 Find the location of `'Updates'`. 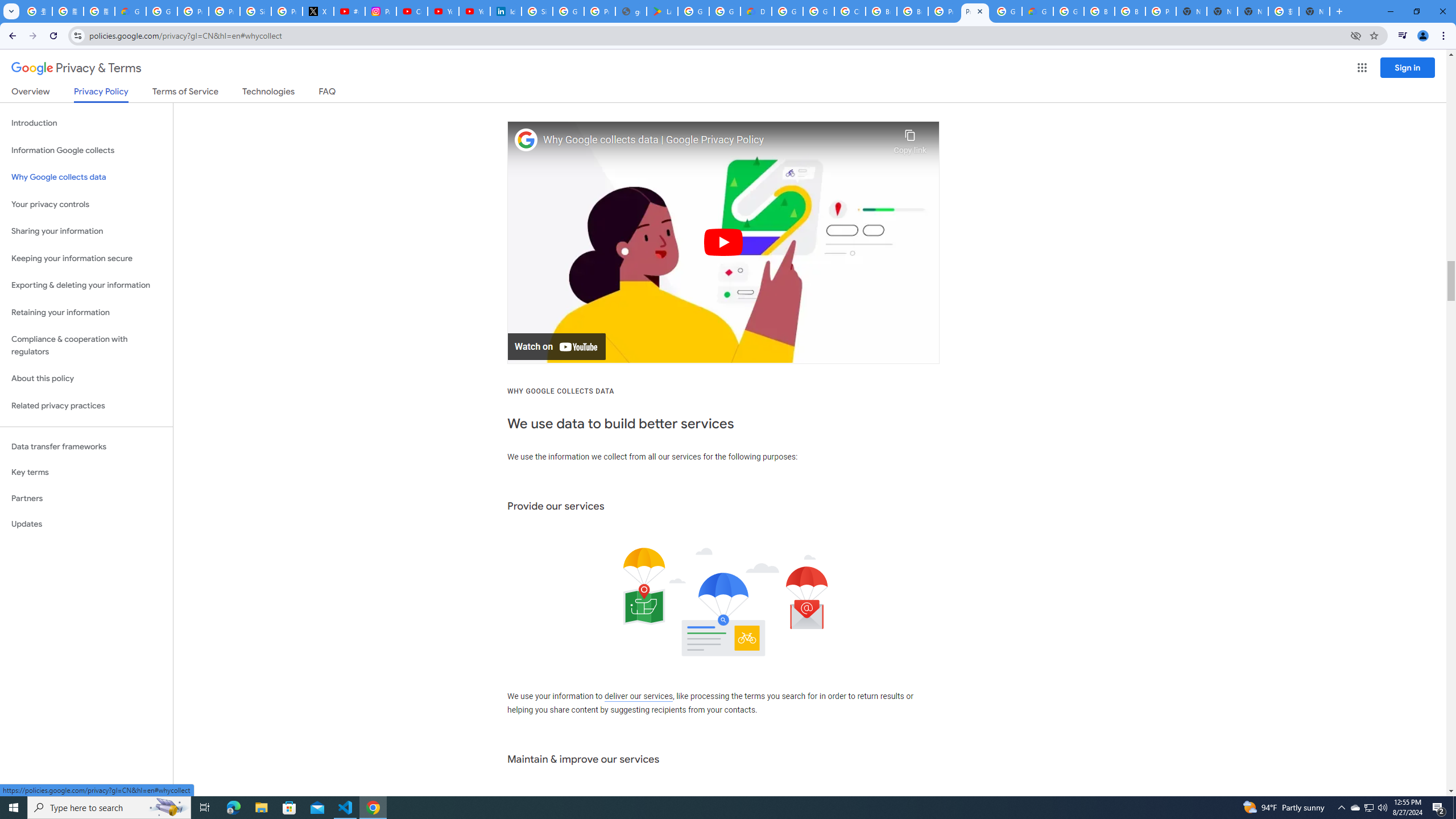

'Updates' is located at coordinates (86, 523).